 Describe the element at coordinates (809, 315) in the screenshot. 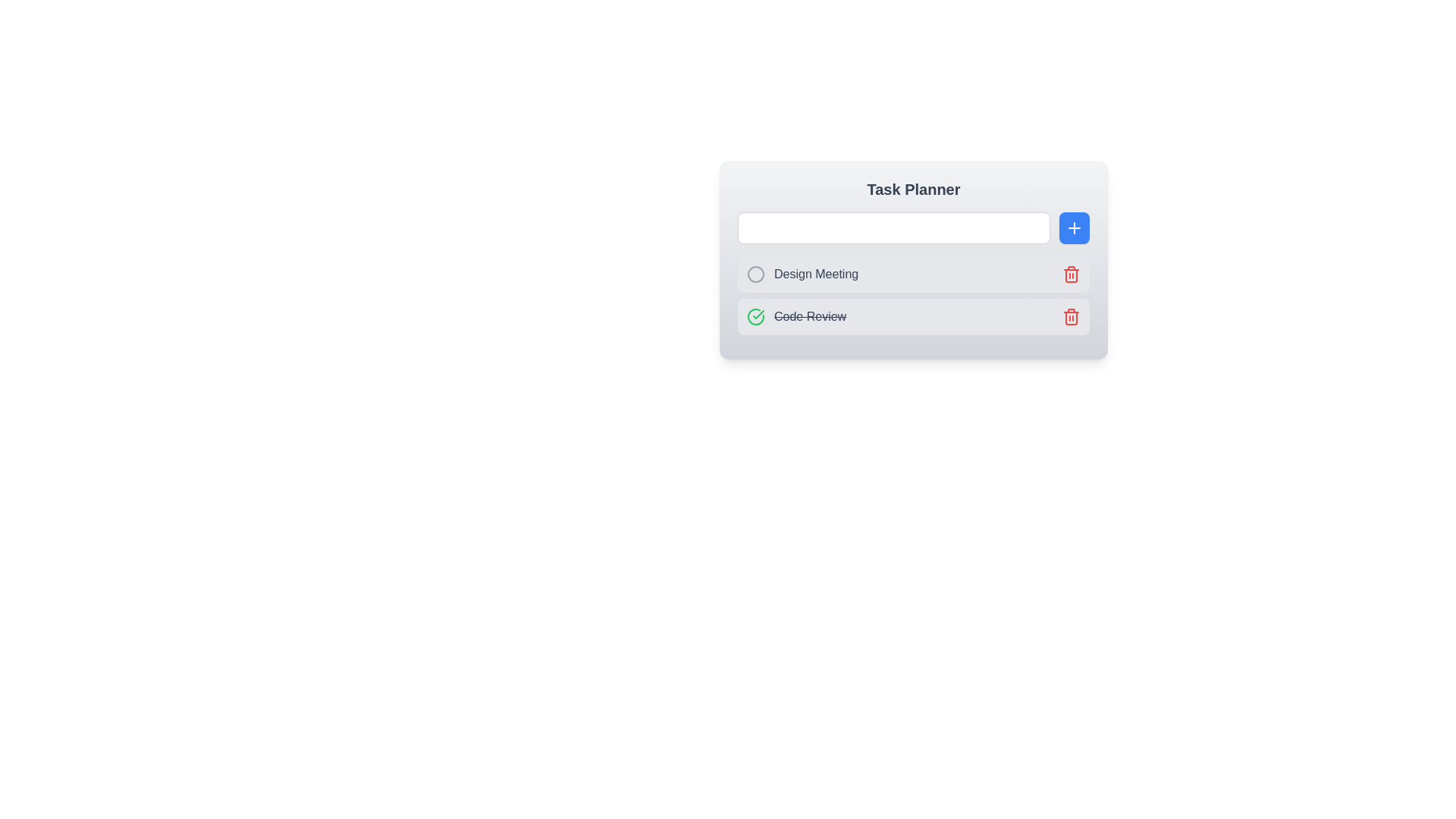

I see `the Text Label indicating a completed task in the task tracker interface, which features a strikethrough styling` at that location.